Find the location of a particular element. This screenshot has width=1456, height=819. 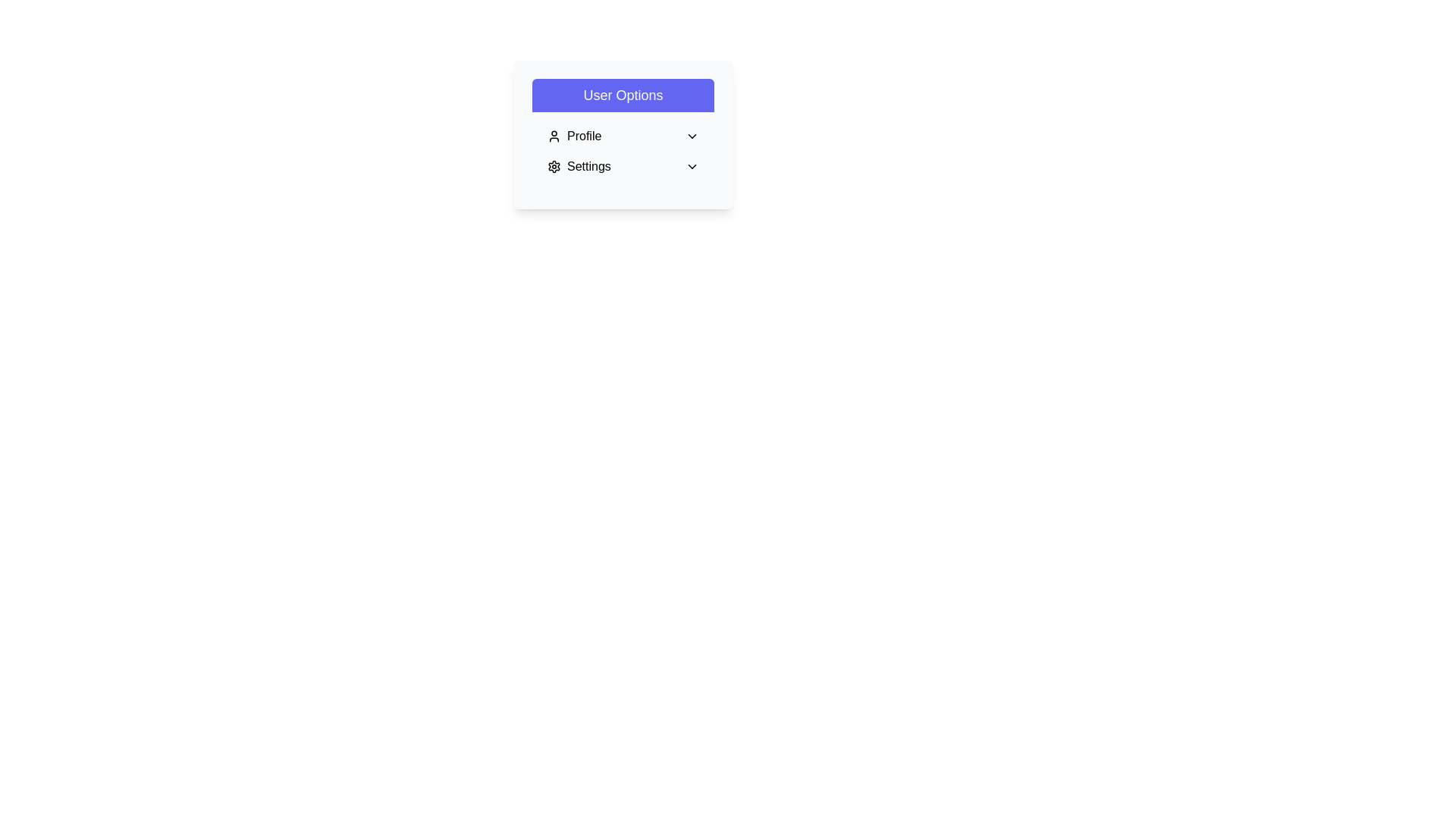

the 'Settings' drop-down menu option located beneath the 'Profile' option in the 'User Options' section is located at coordinates (623, 166).